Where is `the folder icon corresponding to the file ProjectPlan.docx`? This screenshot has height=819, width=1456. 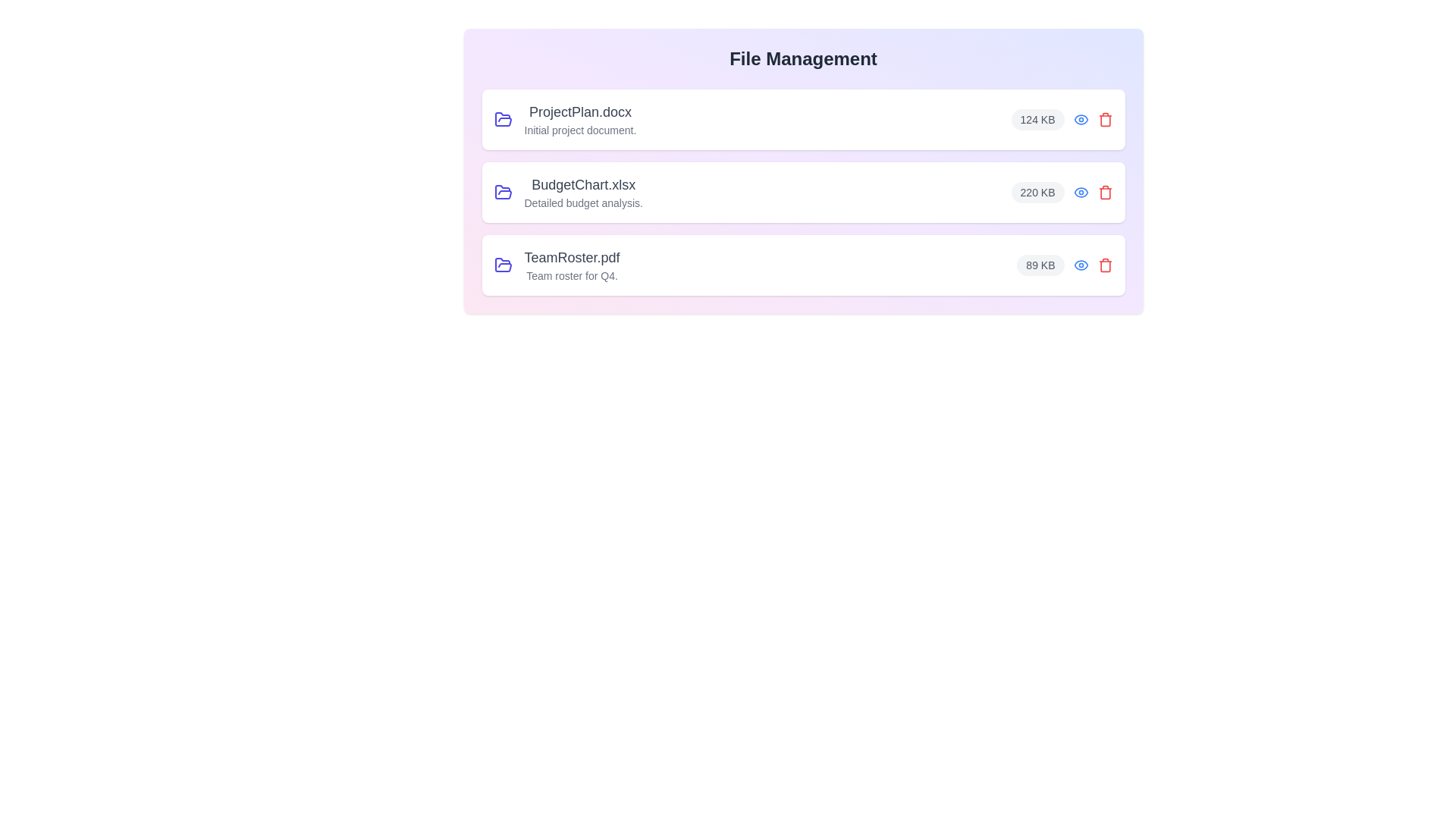 the folder icon corresponding to the file ProjectPlan.docx is located at coordinates (503, 119).